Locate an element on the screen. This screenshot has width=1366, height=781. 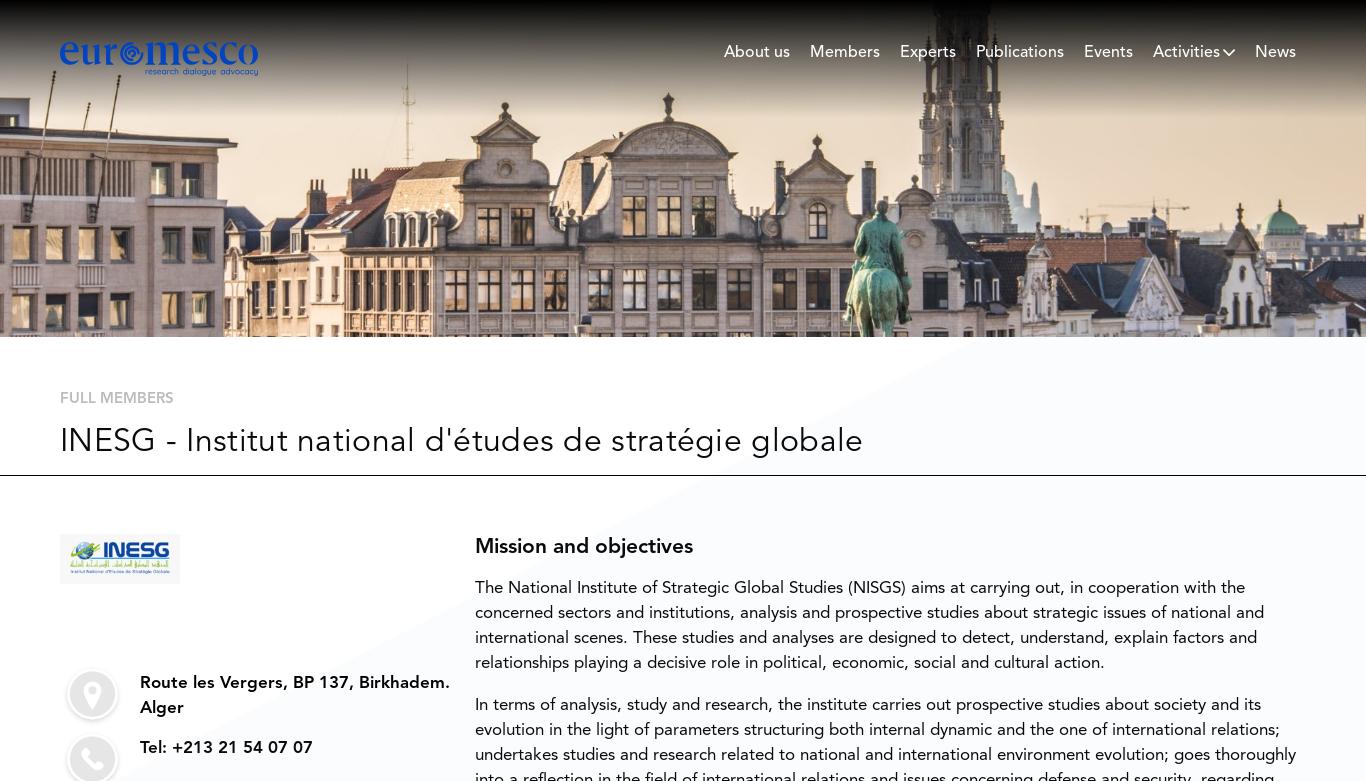
'The National Institute of Strategic Global Studies (NISGS) aims at carrying out, in cooperation with the concerned sectors and institutions, analysis and prospective studies about strategic issues of national and international scenes. These studies and analyses are designed to detect, understand, explain factors and relationships playing a decisive role in political, economic, social and cultural action.' is located at coordinates (868, 625).